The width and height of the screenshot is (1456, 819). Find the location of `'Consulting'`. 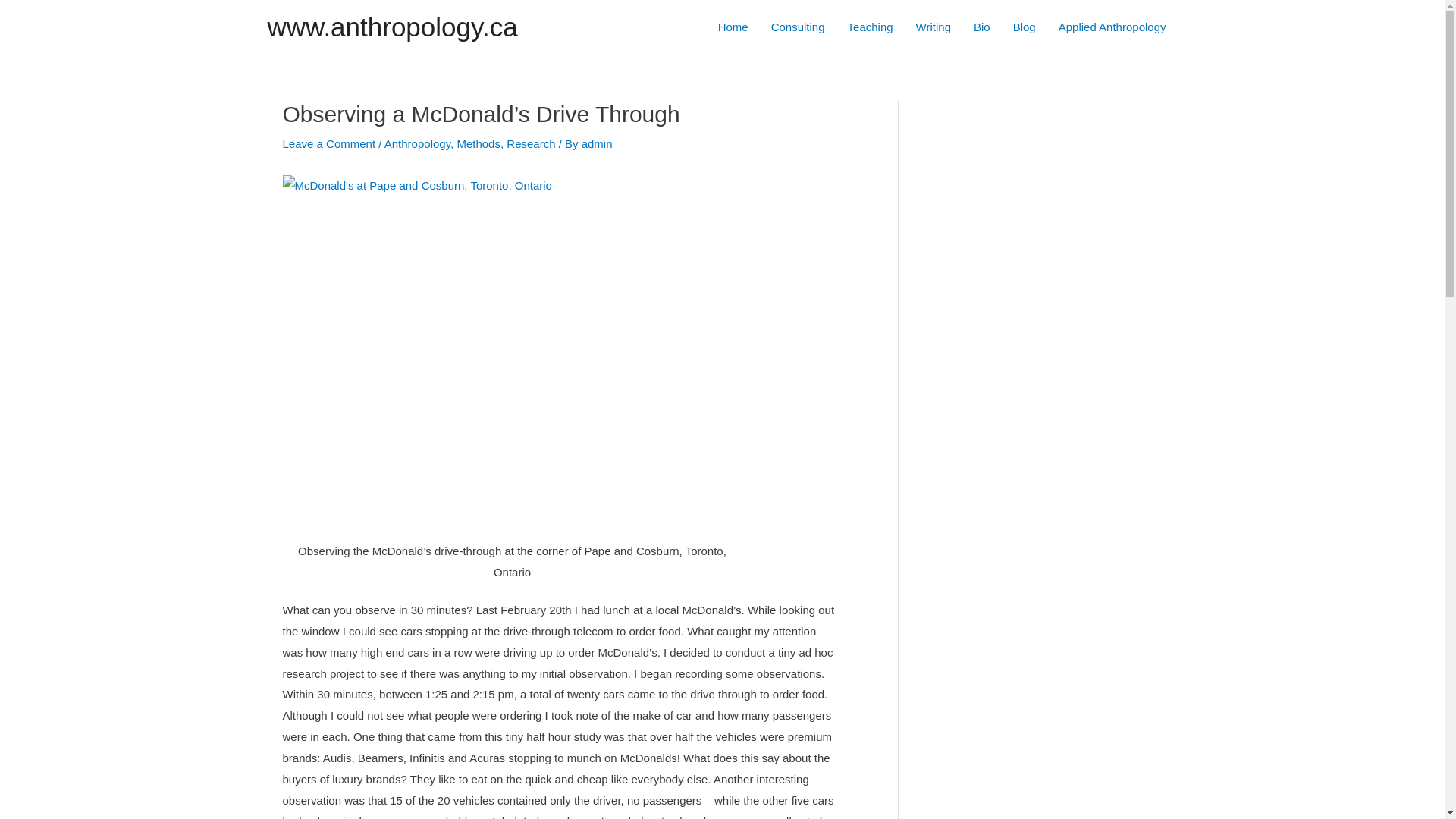

'Consulting' is located at coordinates (797, 27).